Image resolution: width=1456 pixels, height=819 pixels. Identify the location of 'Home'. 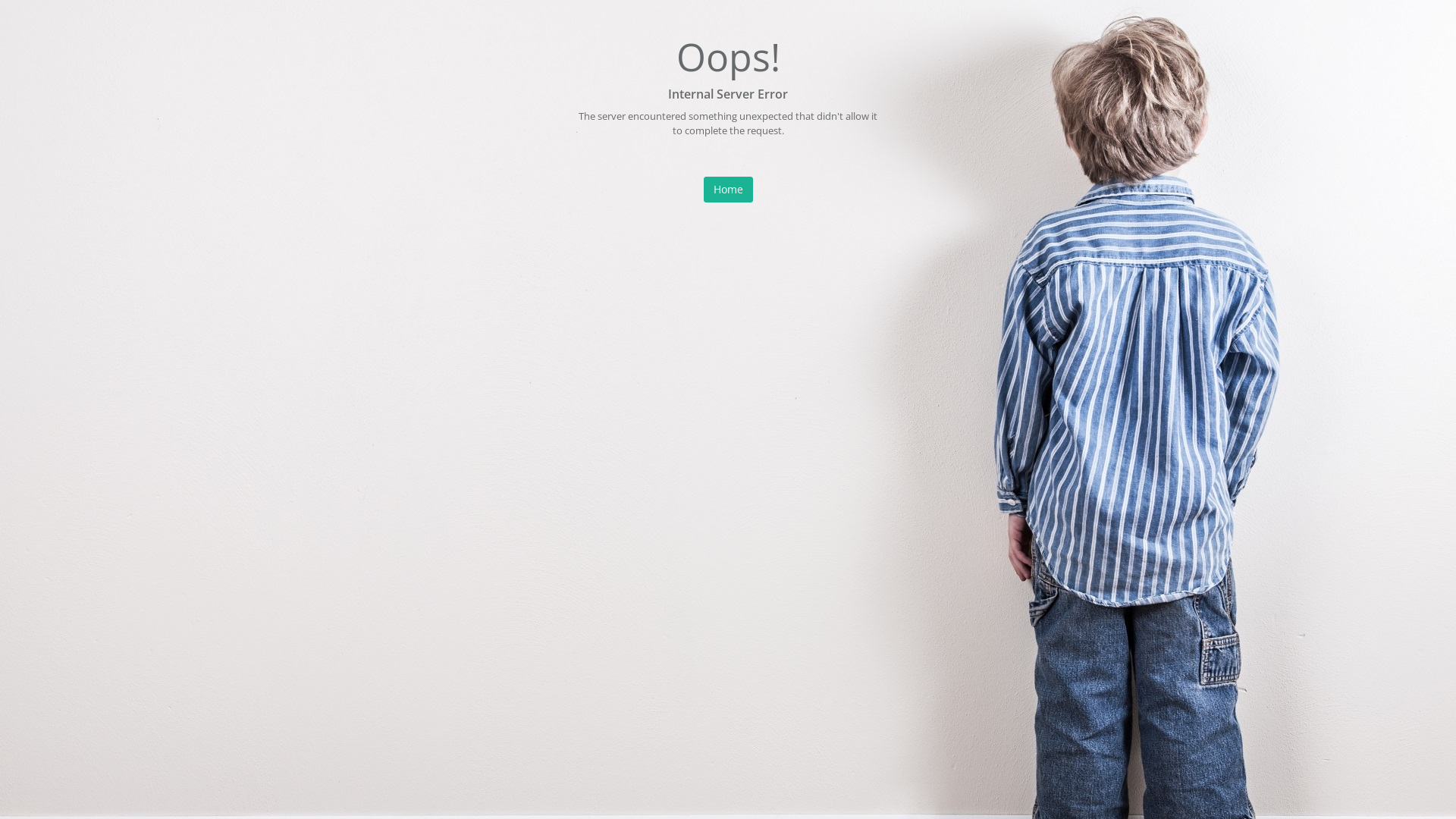
(728, 189).